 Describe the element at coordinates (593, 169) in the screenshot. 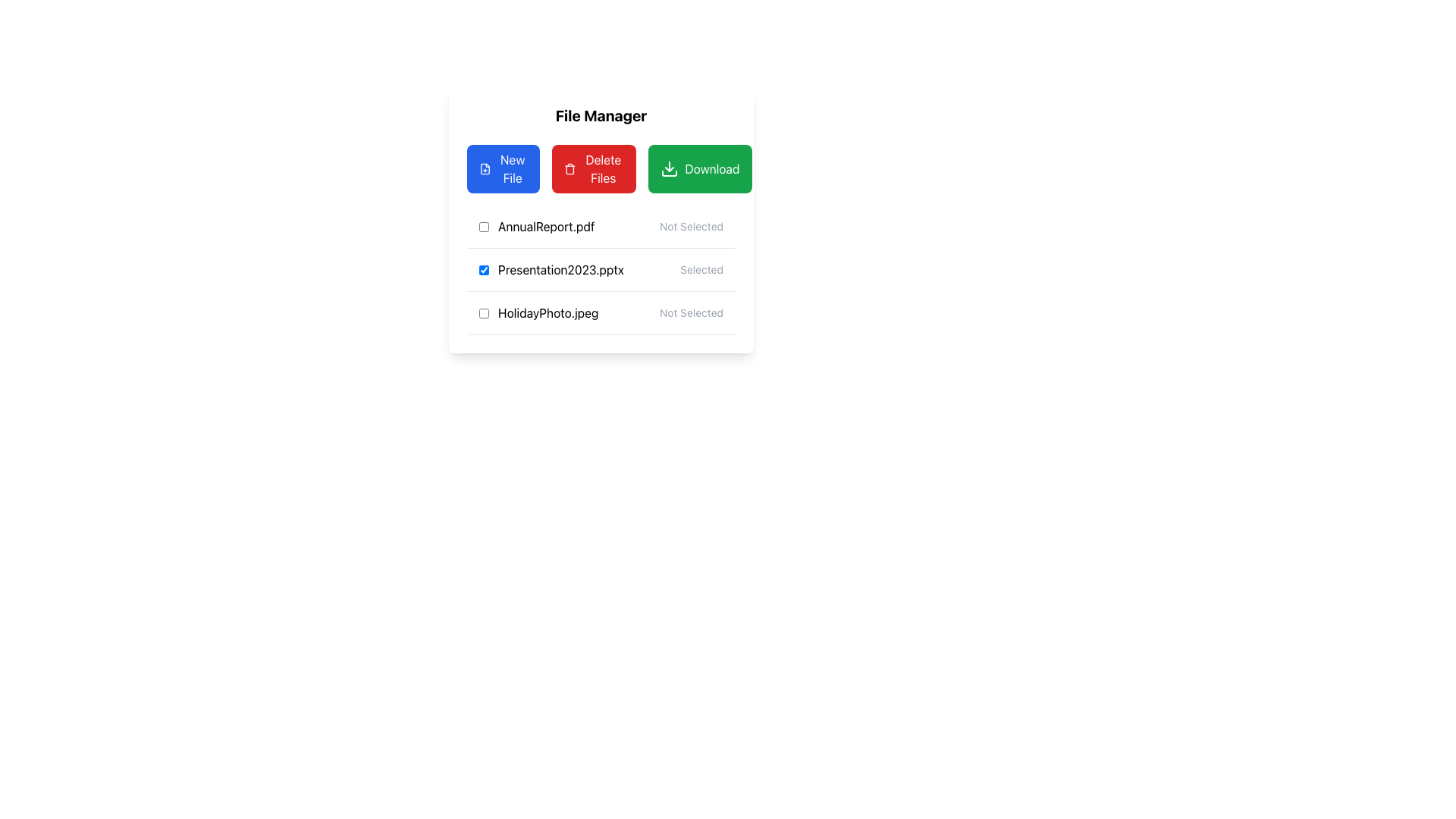

I see `the medium-sized rectangular button with a red background labeled 'Delete Files' to observe any hover effects` at that location.